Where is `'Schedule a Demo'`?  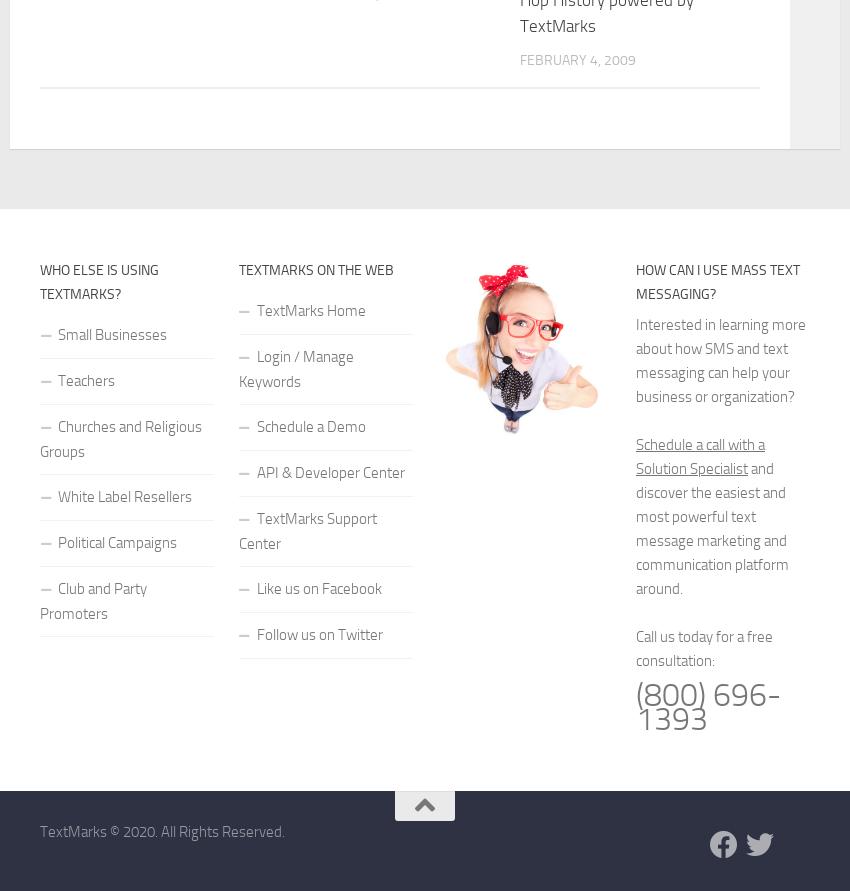 'Schedule a Demo' is located at coordinates (310, 426).